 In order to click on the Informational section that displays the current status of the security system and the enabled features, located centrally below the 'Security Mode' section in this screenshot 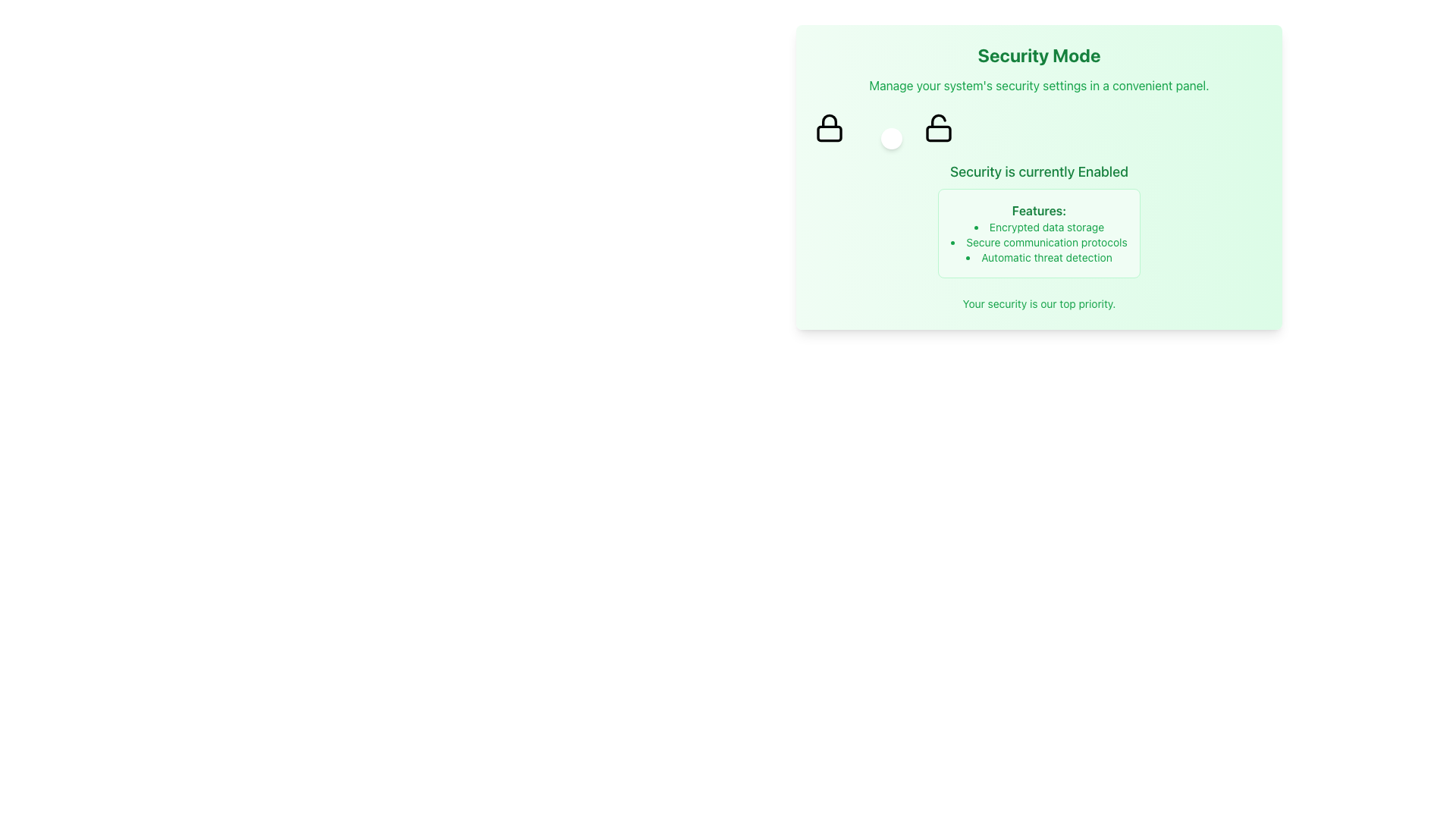, I will do `click(1038, 219)`.